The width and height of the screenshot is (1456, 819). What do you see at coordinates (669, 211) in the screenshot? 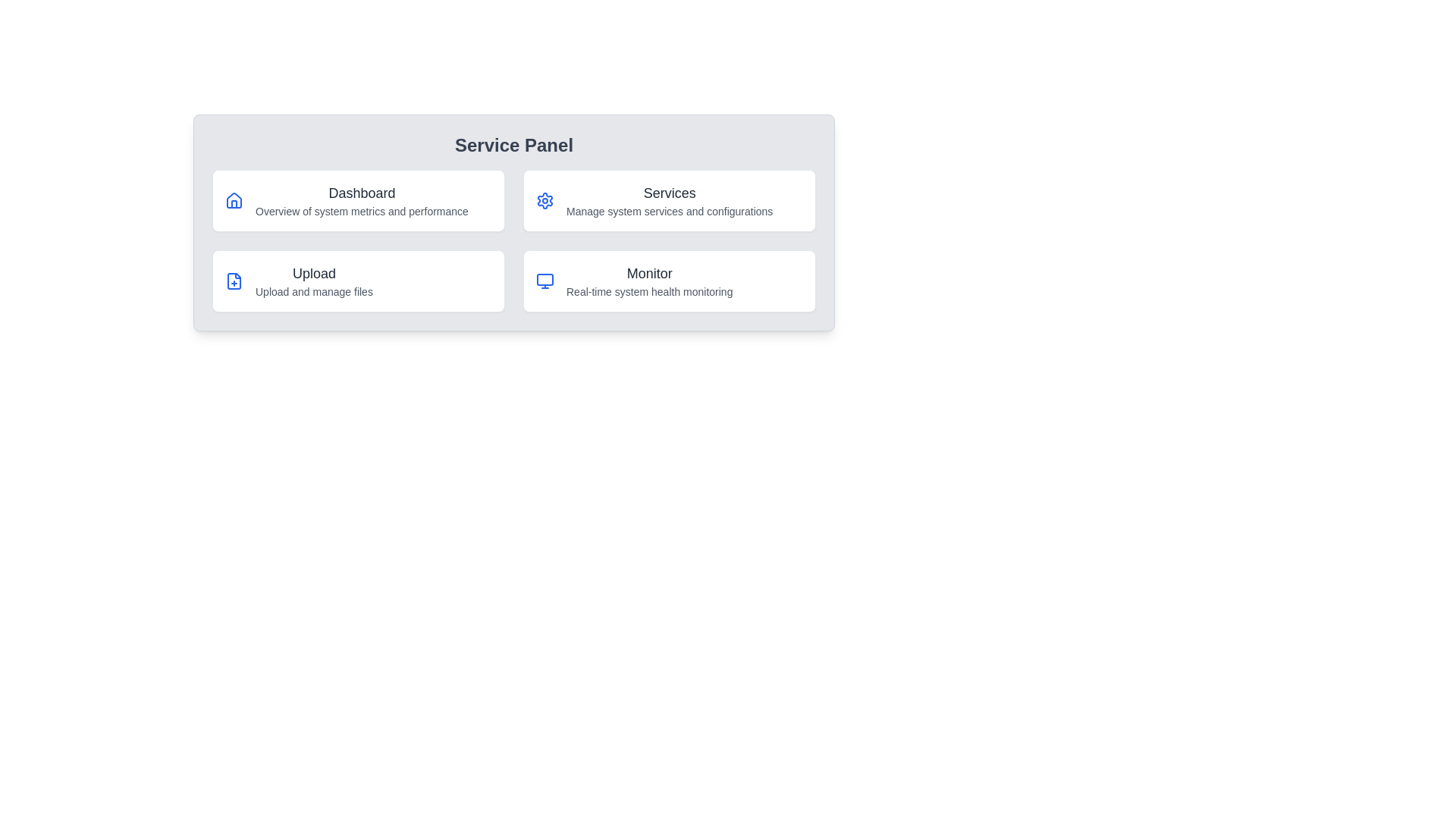
I see `the text label reading 'Manage system services and configurations.' located below the 'Services' title in the second card of the Service Panel` at bounding box center [669, 211].